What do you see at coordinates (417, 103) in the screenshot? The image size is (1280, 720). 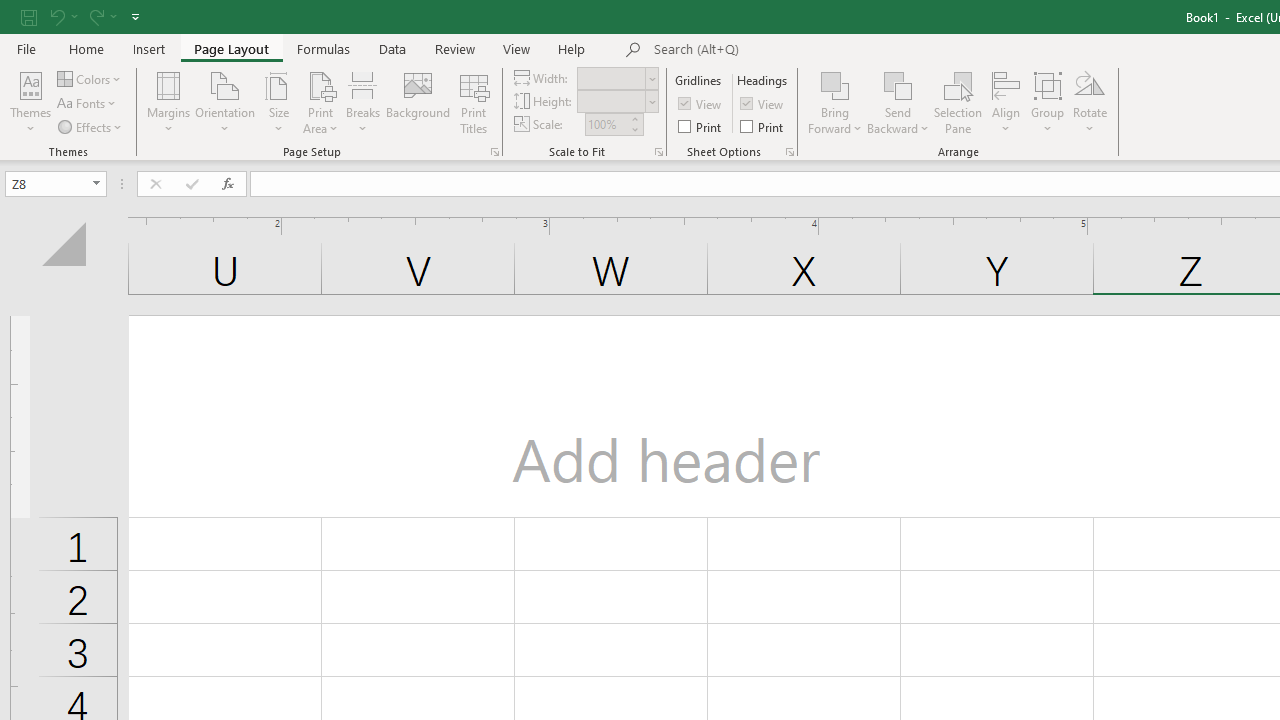 I see `'Background...'` at bounding box center [417, 103].